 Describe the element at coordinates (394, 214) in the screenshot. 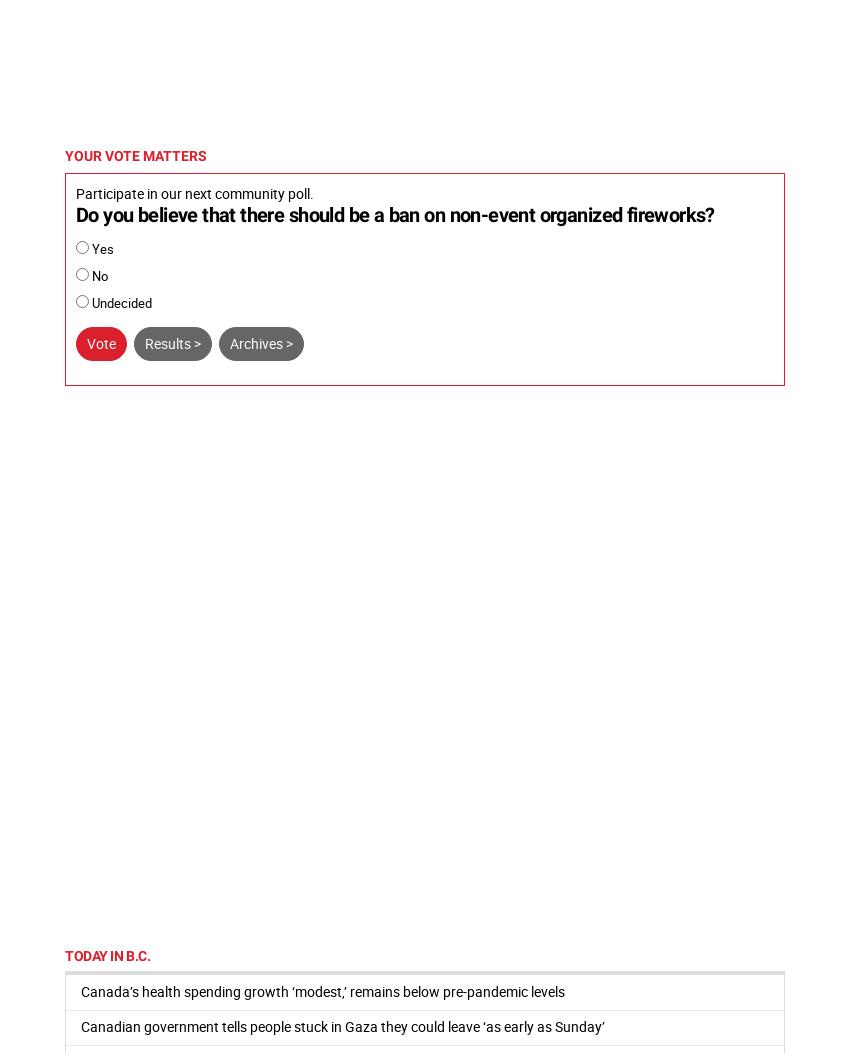

I see `'Do you believe that there should be a ban on non-event organized fireworks?'` at that location.